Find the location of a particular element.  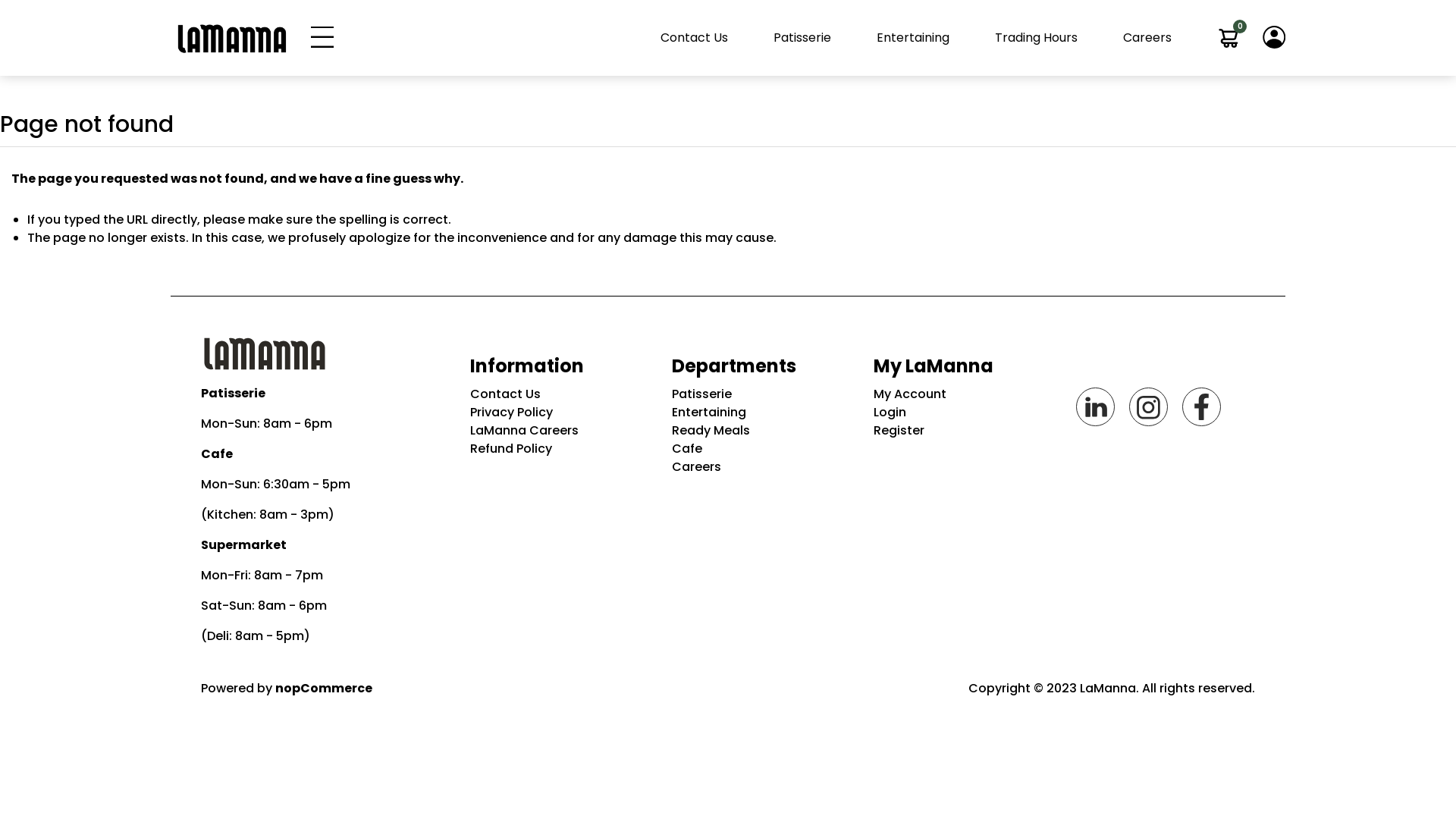

'Entertaining' is located at coordinates (912, 37).